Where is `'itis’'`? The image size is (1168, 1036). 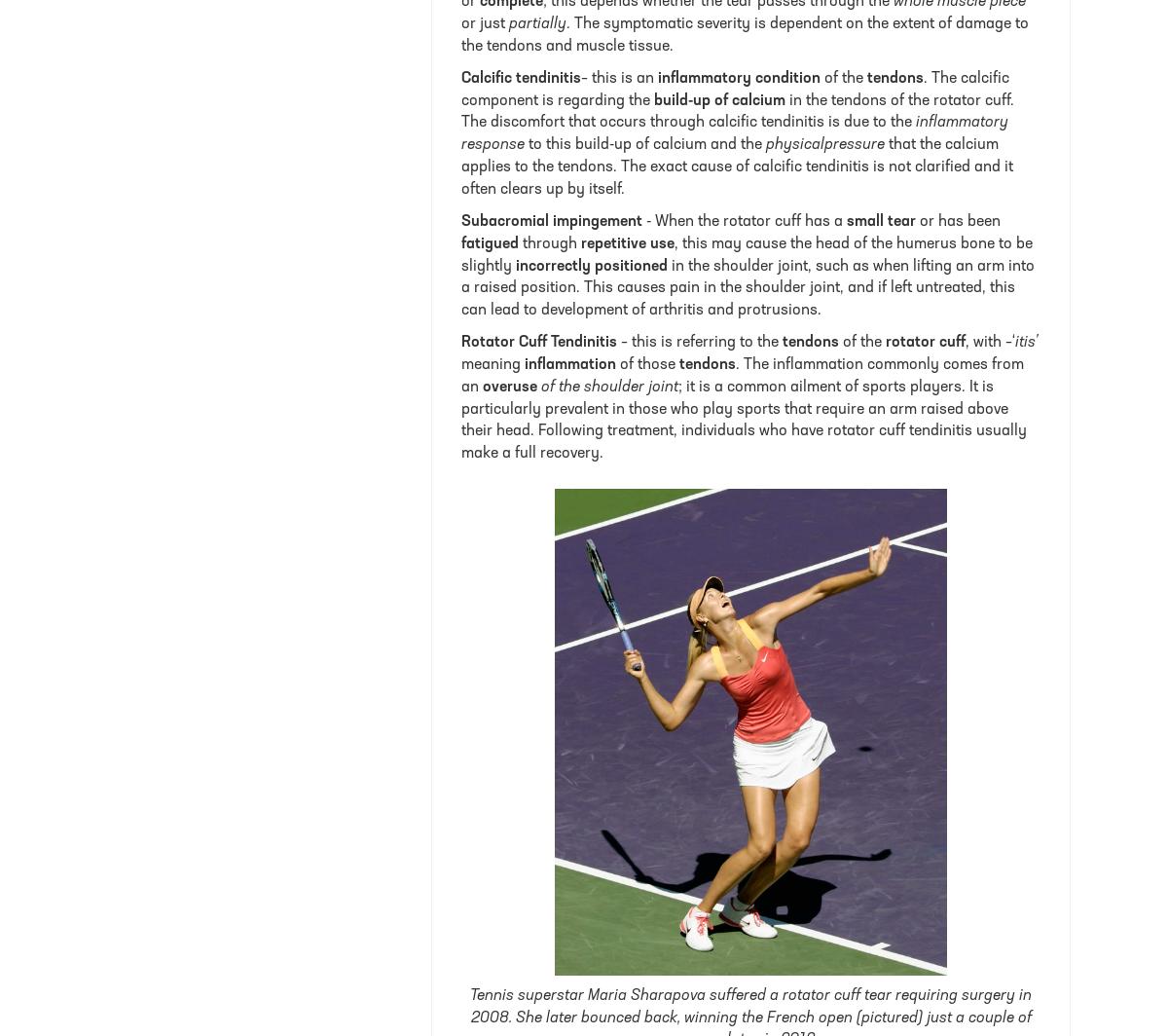 'itis’' is located at coordinates (1025, 342).